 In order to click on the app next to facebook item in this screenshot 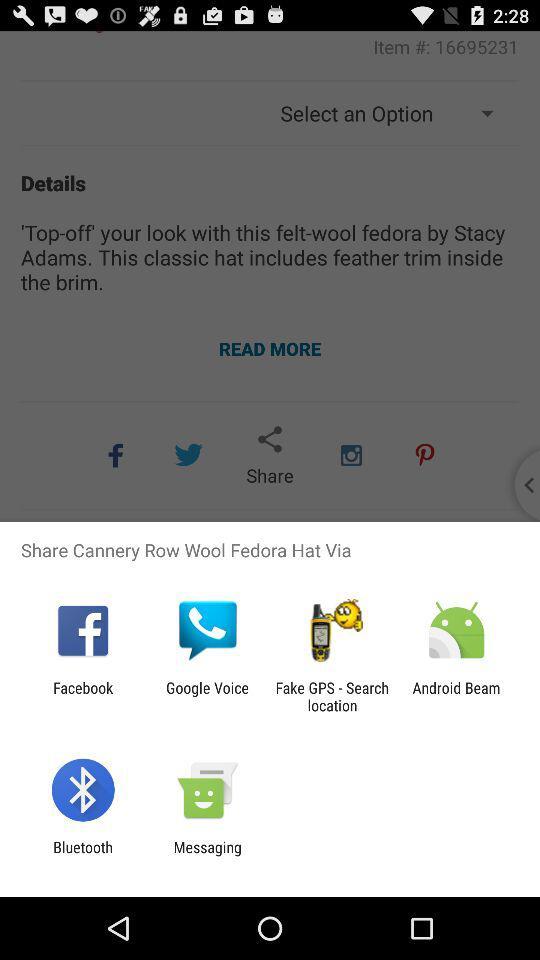, I will do `click(206, 696)`.